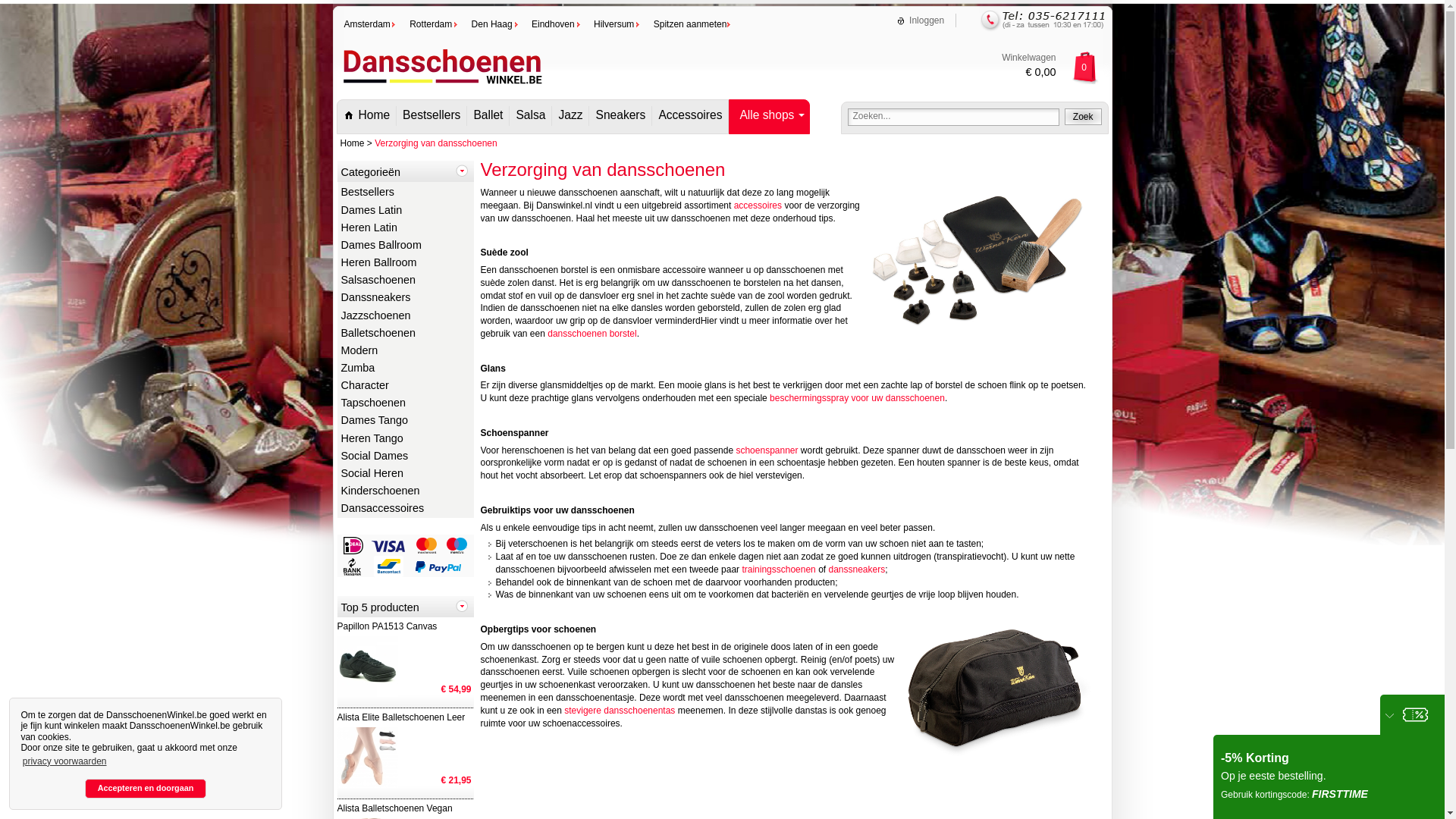 The height and width of the screenshot is (819, 1456). I want to click on 'Salsaschoenen', so click(404, 281).